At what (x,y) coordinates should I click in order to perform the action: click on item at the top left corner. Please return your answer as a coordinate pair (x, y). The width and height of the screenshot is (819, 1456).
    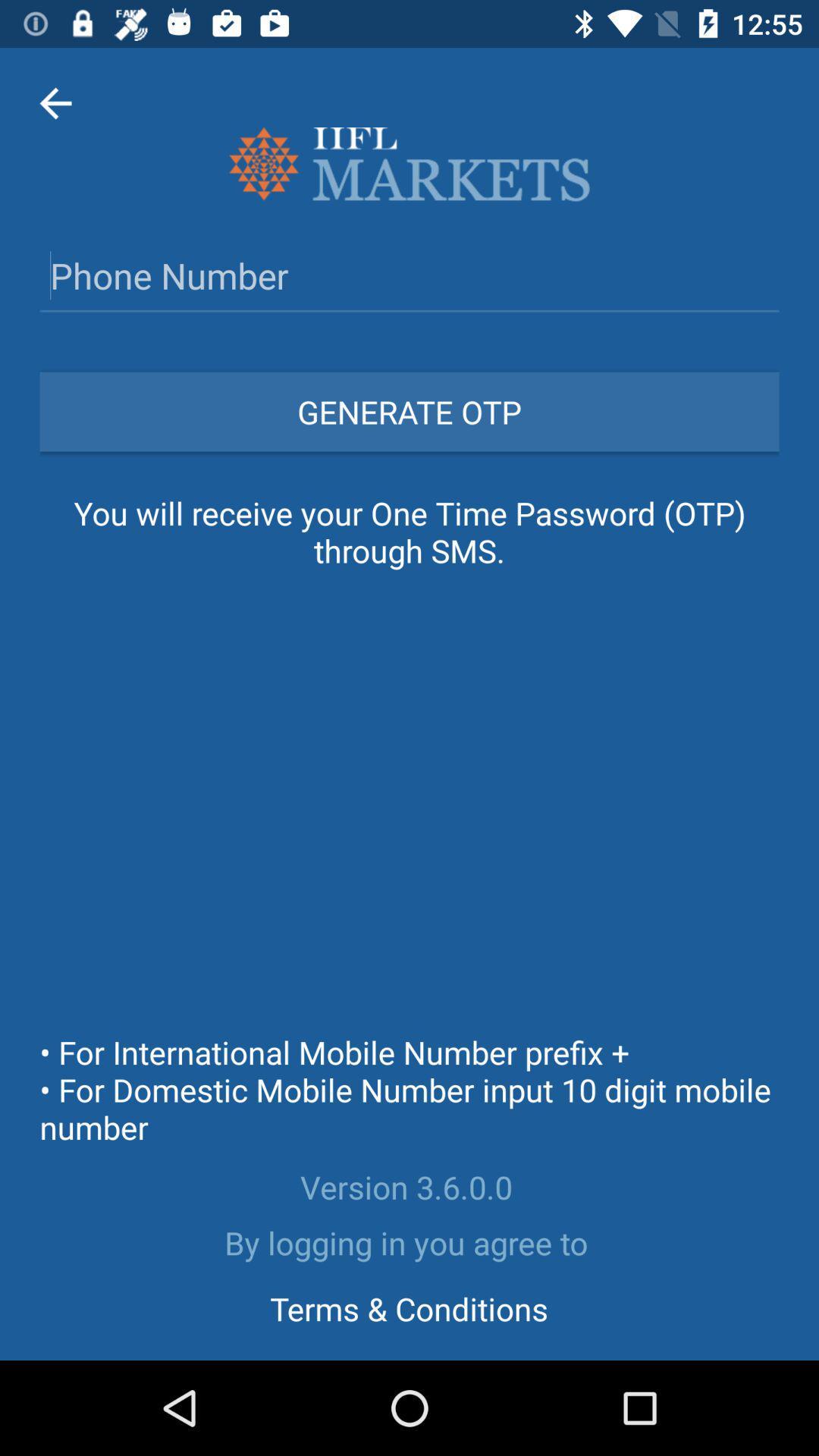
    Looking at the image, I should click on (55, 102).